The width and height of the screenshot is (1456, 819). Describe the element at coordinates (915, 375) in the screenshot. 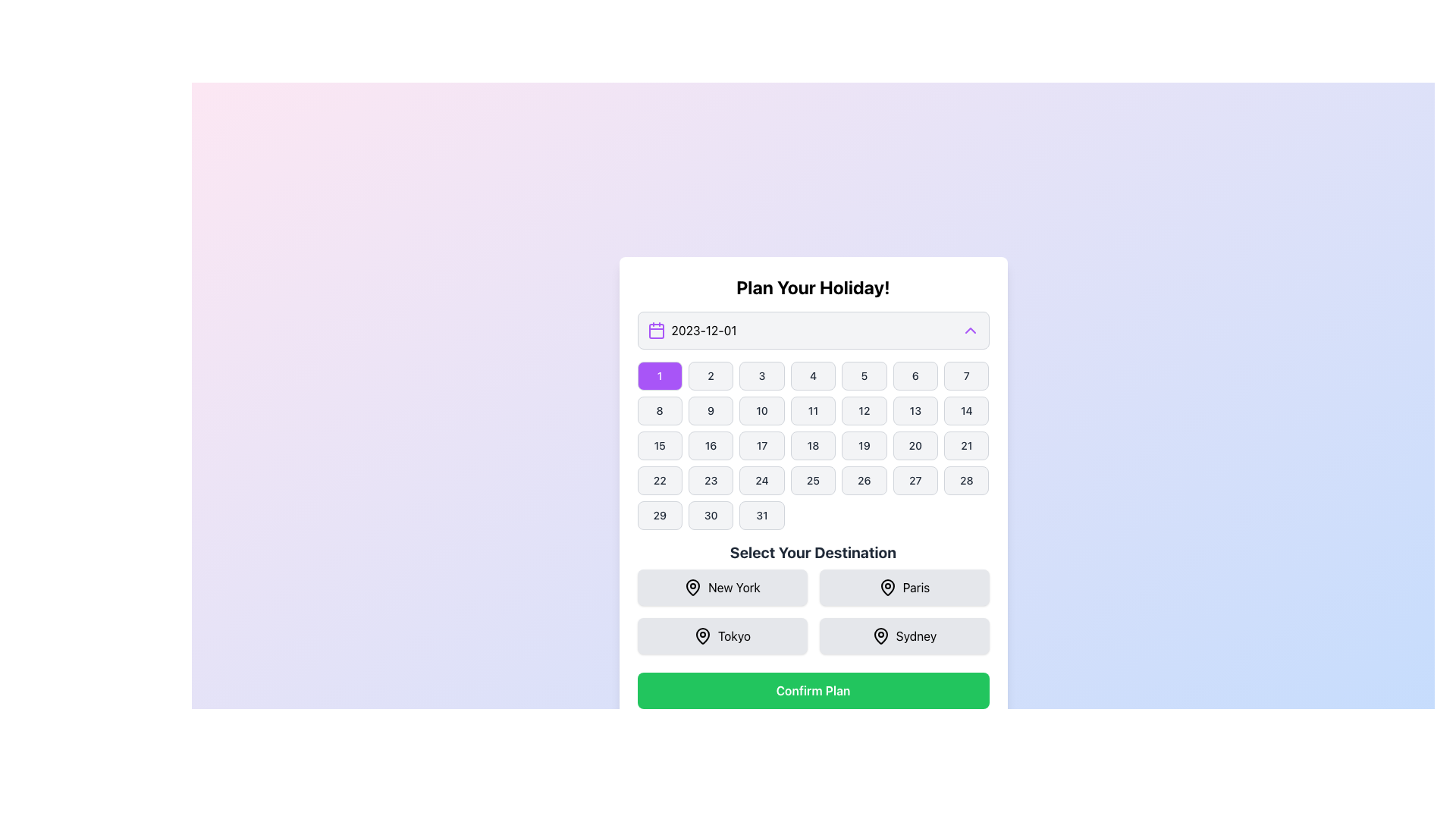

I see `the selectable calendar day button corresponding to the date '6'` at that location.